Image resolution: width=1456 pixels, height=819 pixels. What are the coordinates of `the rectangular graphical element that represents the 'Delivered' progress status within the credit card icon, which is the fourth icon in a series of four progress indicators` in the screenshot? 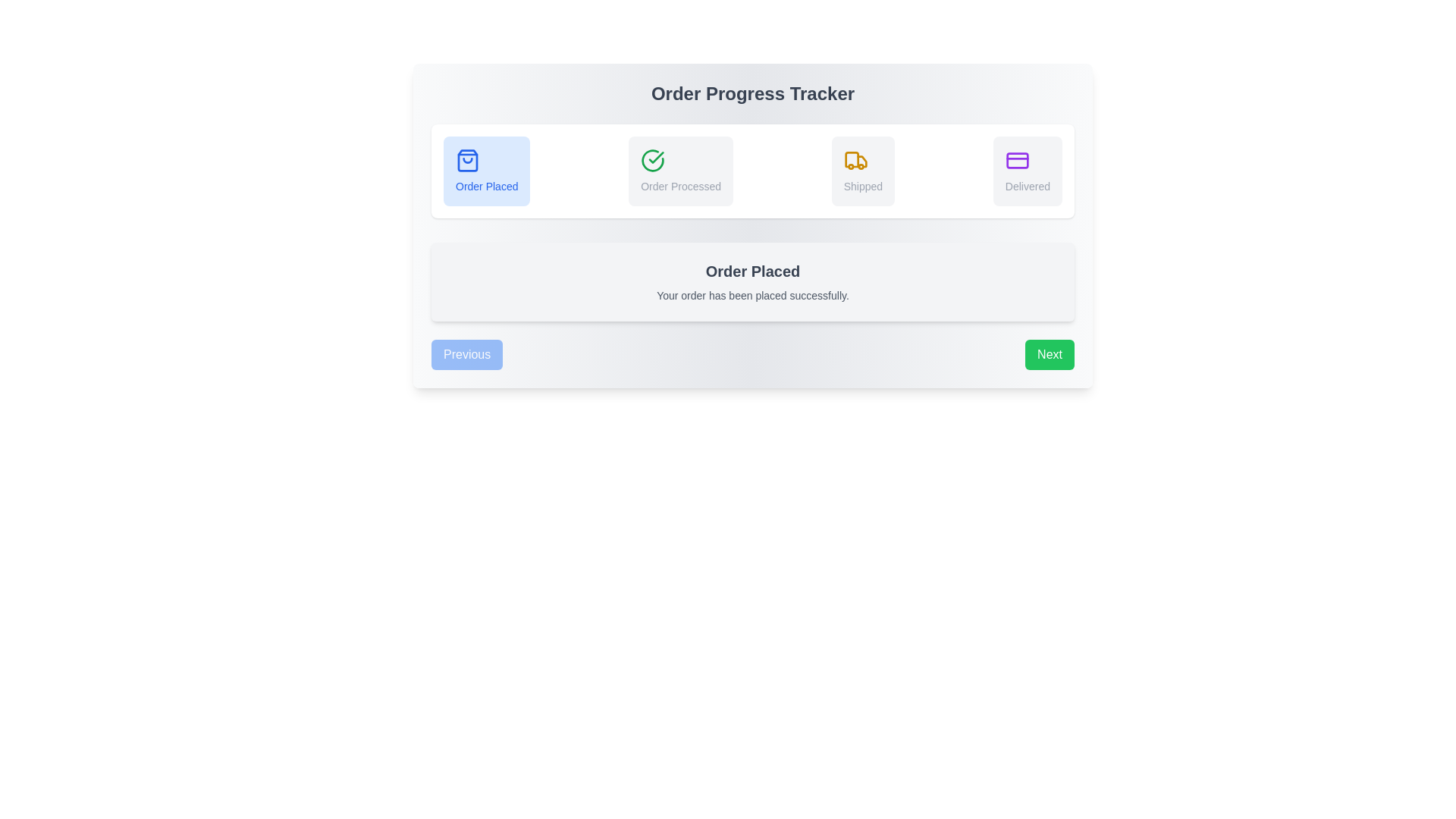 It's located at (1017, 161).